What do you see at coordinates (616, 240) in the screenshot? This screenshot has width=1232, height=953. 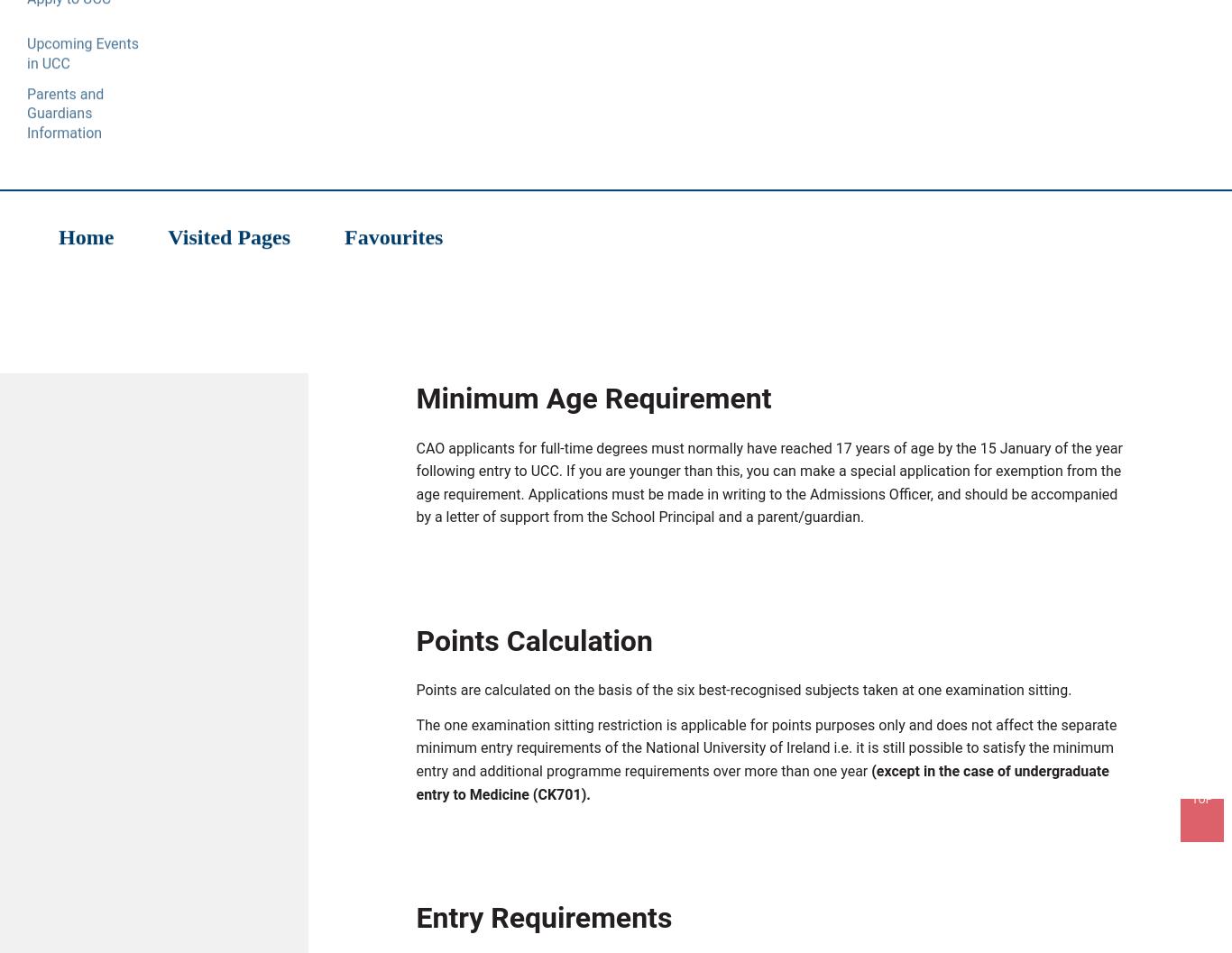 I see `'CK114 Social Science - Youth and Community Work'` at bounding box center [616, 240].